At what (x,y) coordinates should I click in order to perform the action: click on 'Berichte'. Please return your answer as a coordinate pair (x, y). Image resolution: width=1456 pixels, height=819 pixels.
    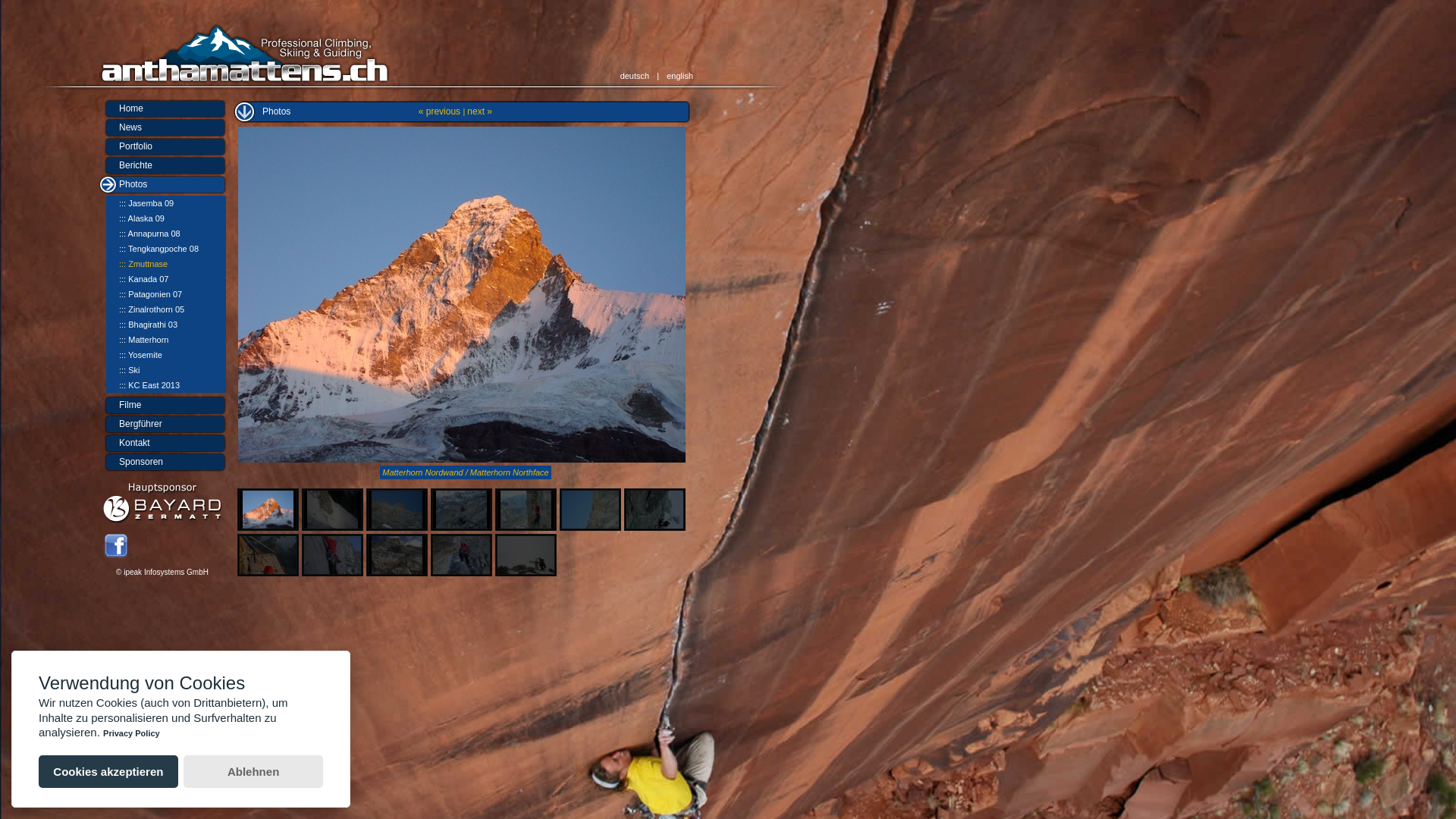
    Looking at the image, I should click on (125, 165).